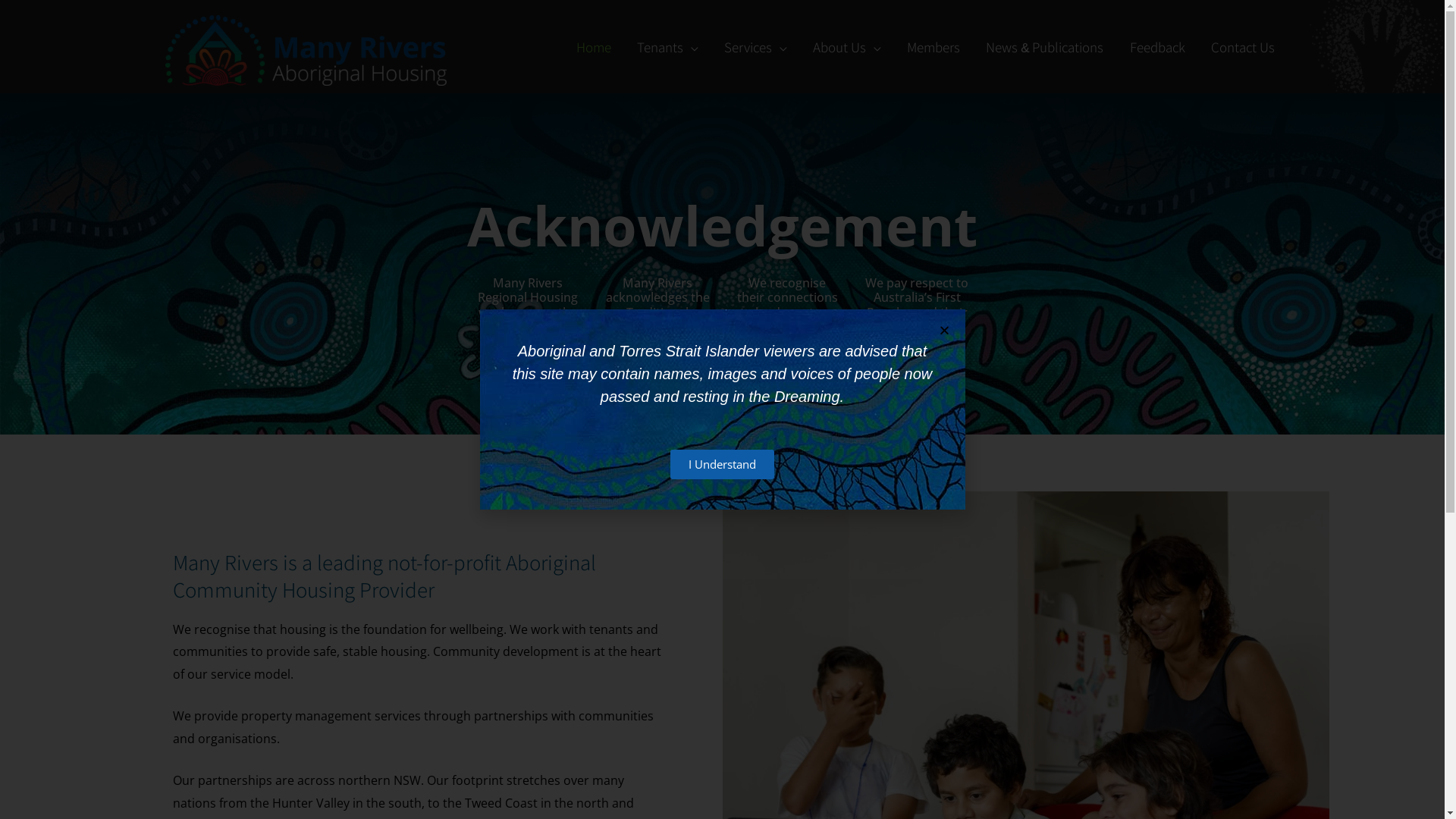 The height and width of the screenshot is (819, 1456). Describe the element at coordinates (846, 45) in the screenshot. I see `'About Us'` at that location.